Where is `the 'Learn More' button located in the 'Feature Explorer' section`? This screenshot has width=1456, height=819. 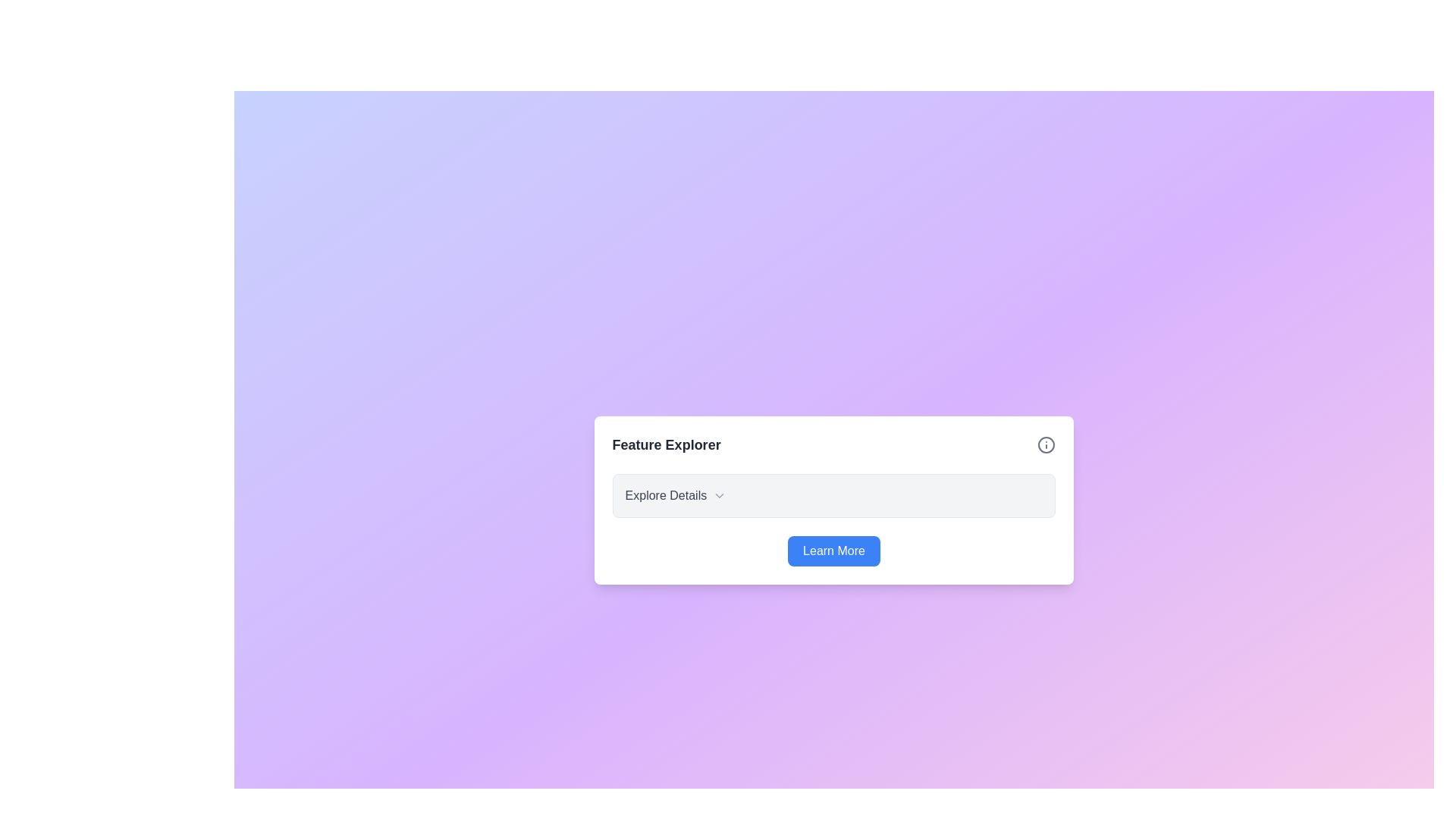
the 'Learn More' button located in the 'Feature Explorer' section is located at coordinates (833, 551).